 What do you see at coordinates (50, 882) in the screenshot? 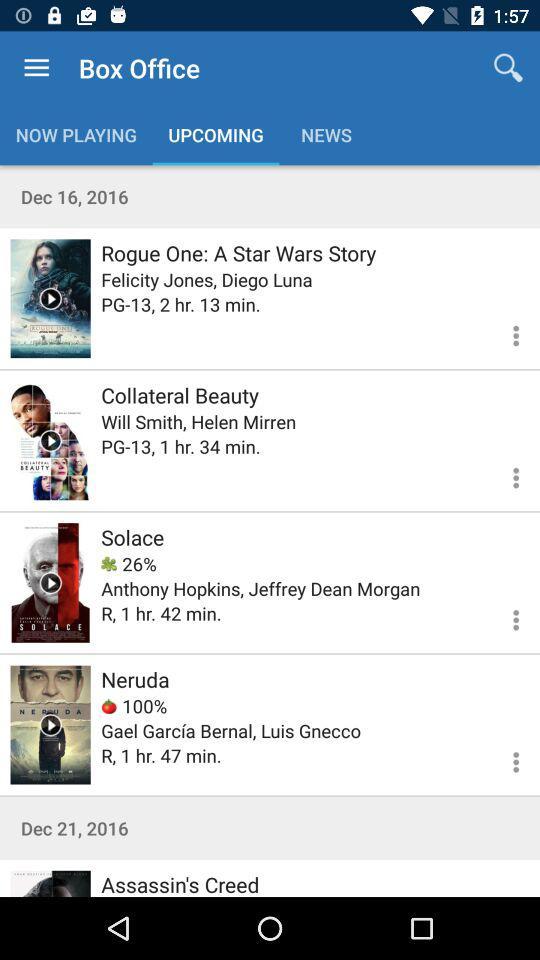
I see `movie page` at bounding box center [50, 882].